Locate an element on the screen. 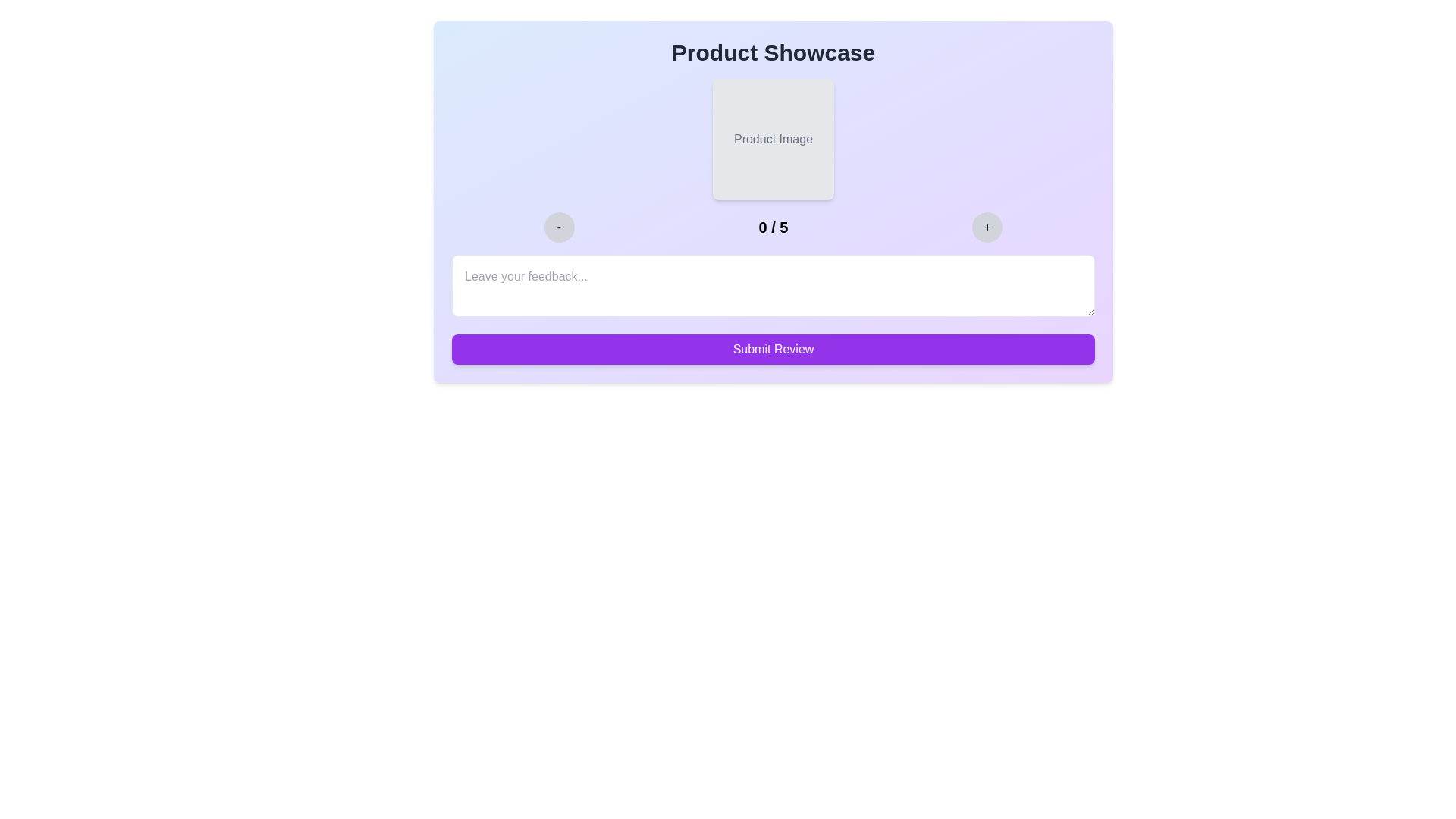  the 'Submit Review' button to submit the review is located at coordinates (773, 350).